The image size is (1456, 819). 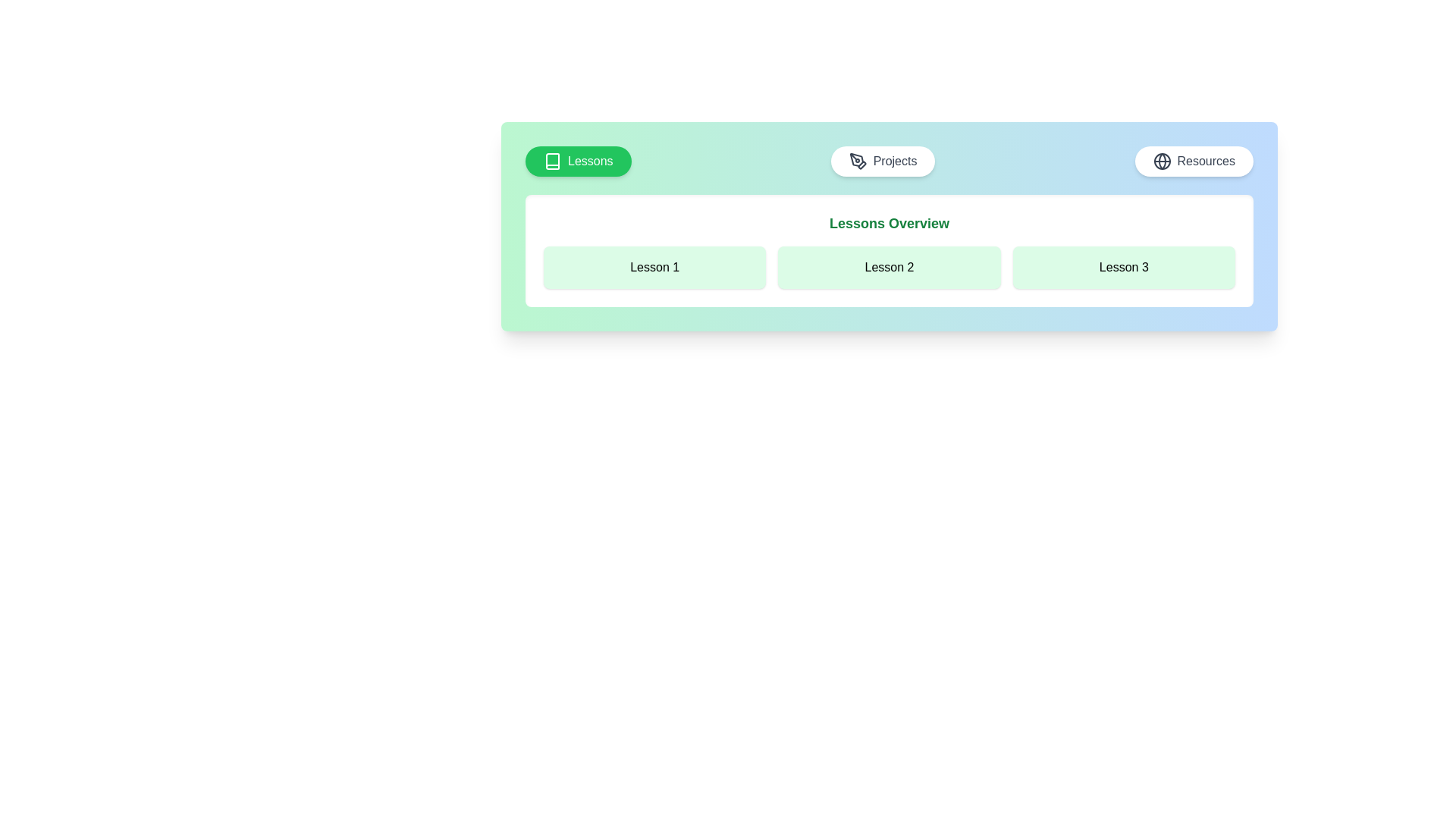 What do you see at coordinates (856, 160) in the screenshot?
I see `the 'Projects' icon graphic component in the horizontal navigation bar` at bounding box center [856, 160].